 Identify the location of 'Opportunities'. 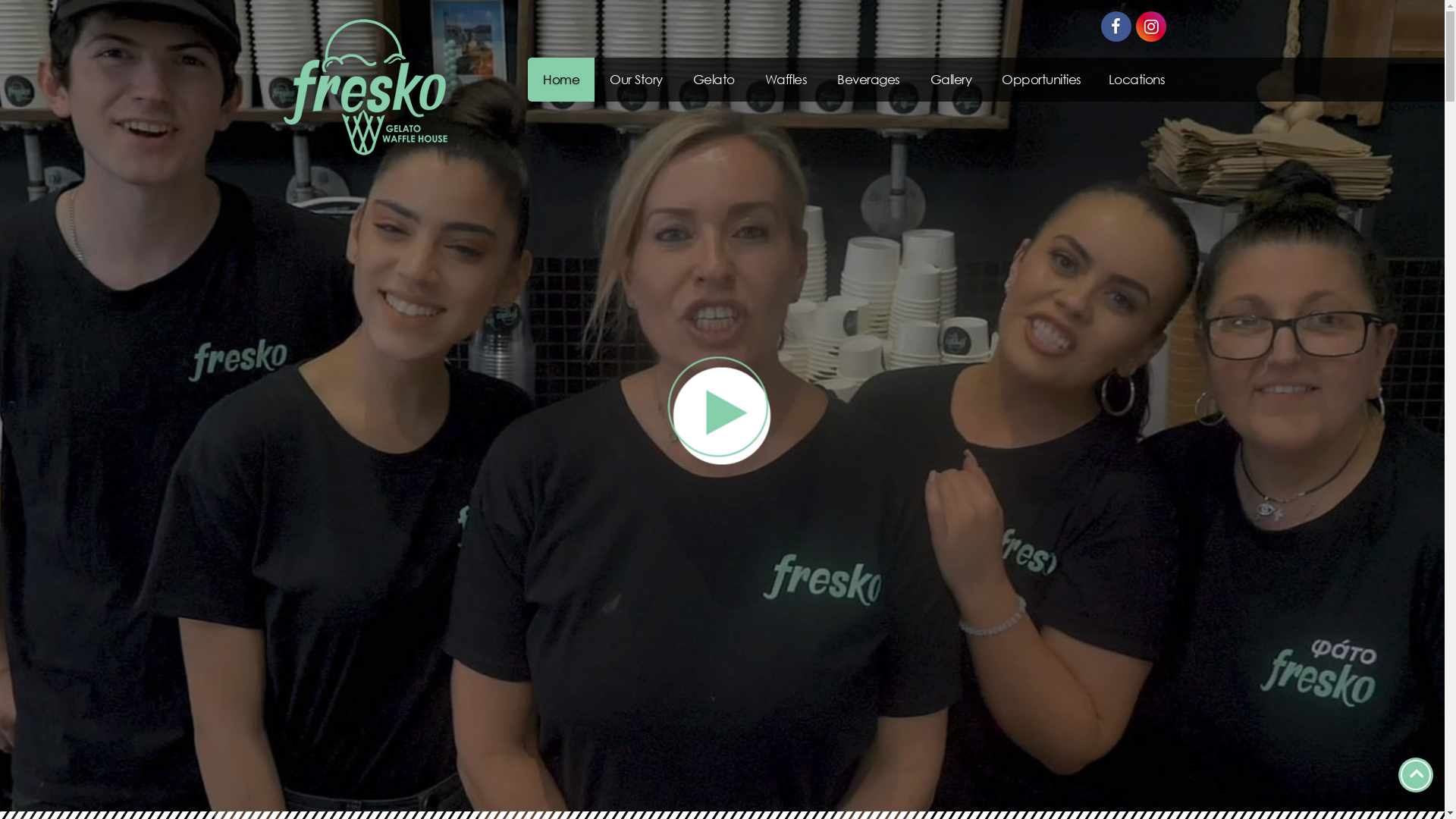
(1040, 79).